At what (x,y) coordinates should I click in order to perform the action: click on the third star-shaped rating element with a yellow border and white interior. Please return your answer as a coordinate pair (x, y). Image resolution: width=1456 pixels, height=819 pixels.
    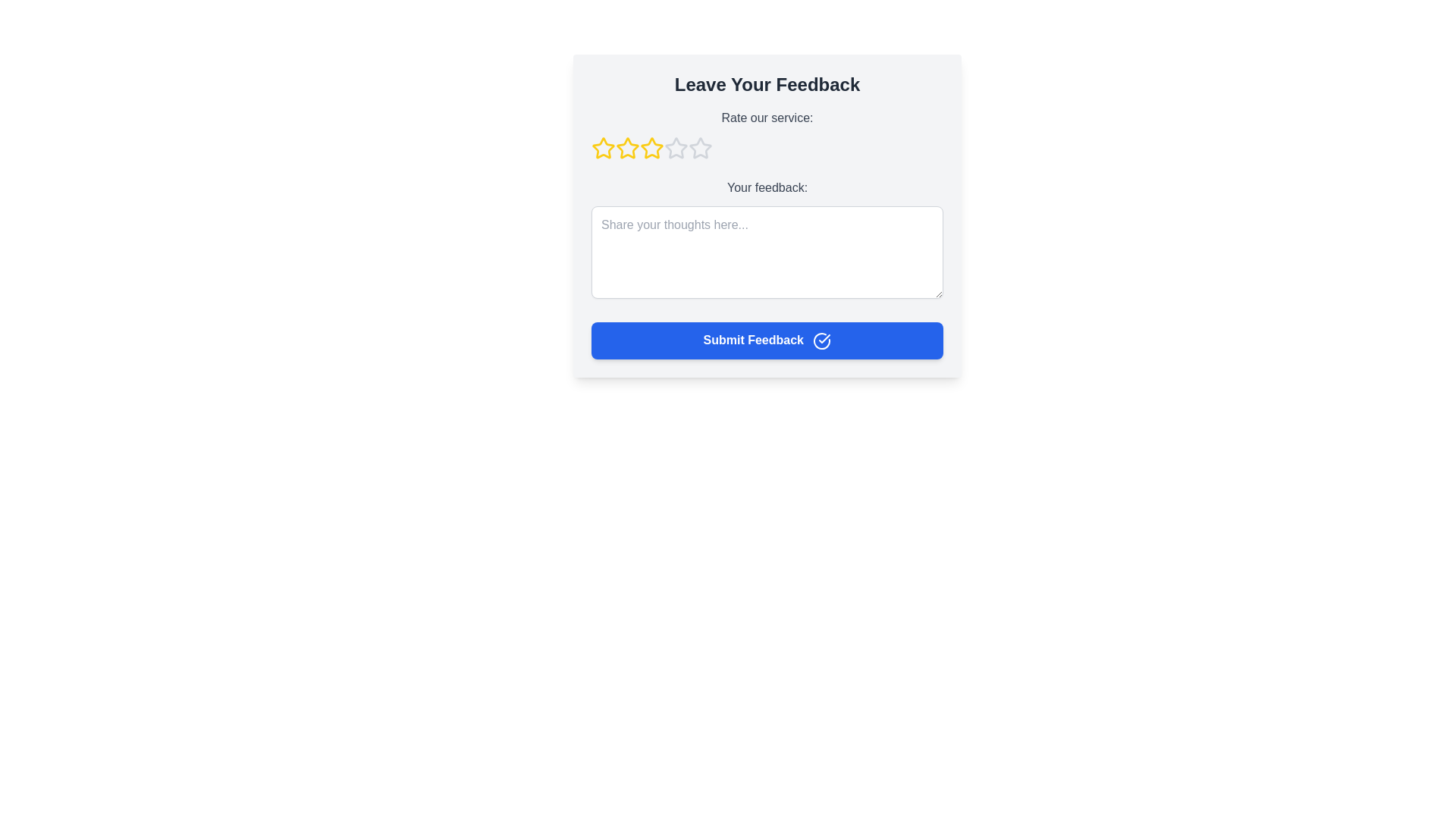
    Looking at the image, I should click on (651, 148).